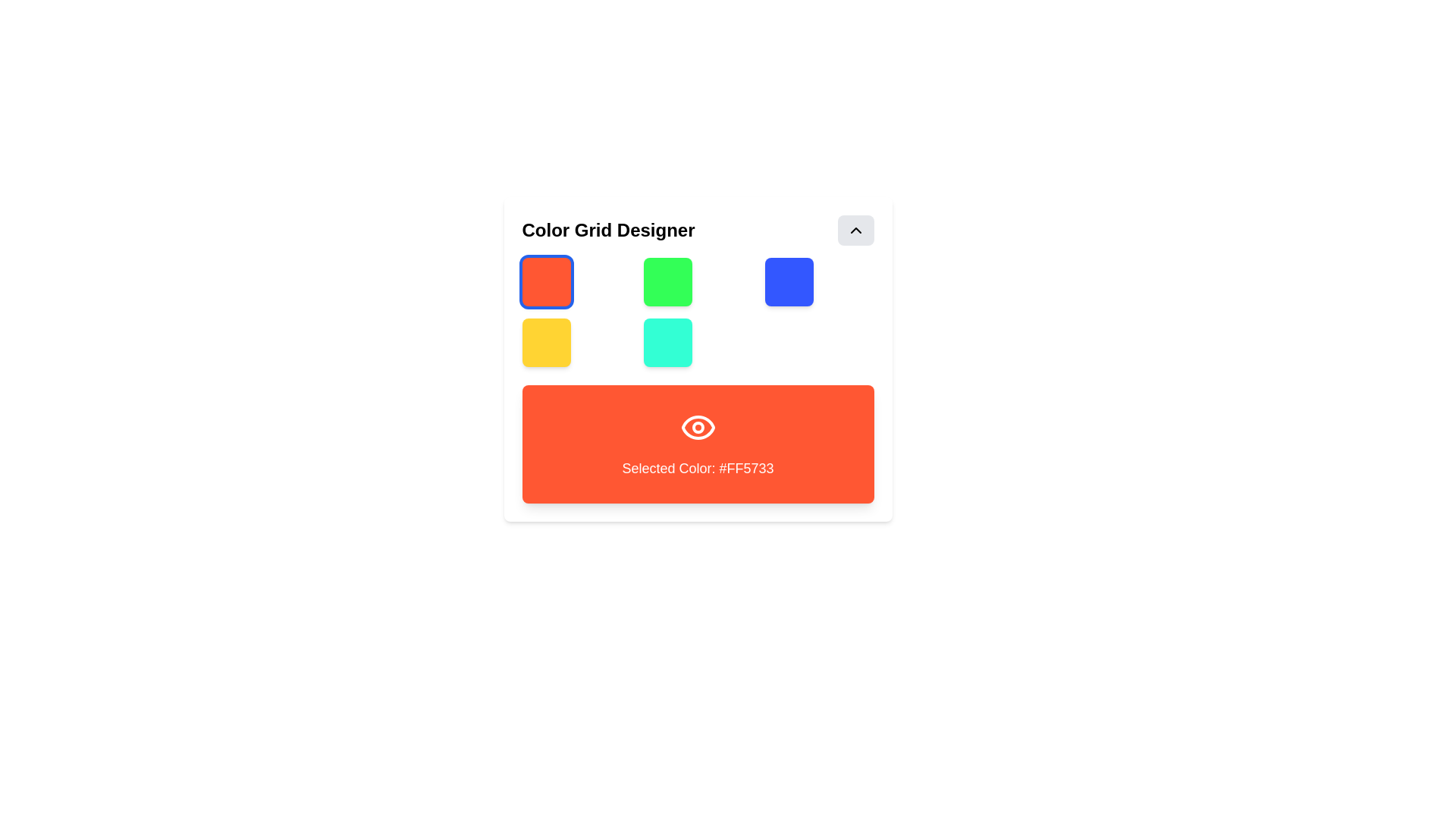 This screenshot has width=1456, height=819. I want to click on the color selection item located in the third column of the first row of the 'Color Grid Designer', so click(789, 281).